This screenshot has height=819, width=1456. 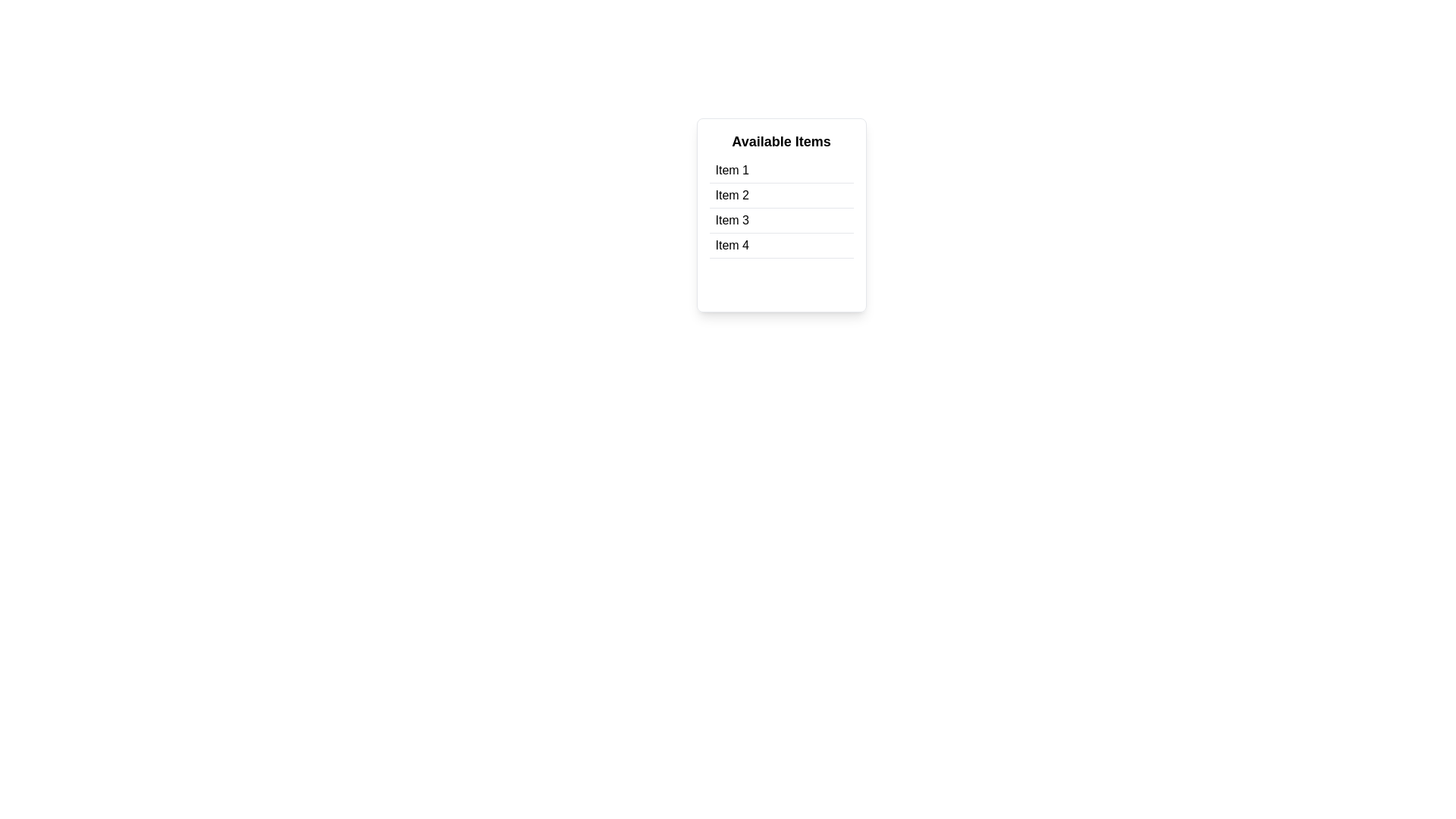 I want to click on the third item in the list titled 'Available Items', so click(x=781, y=221).